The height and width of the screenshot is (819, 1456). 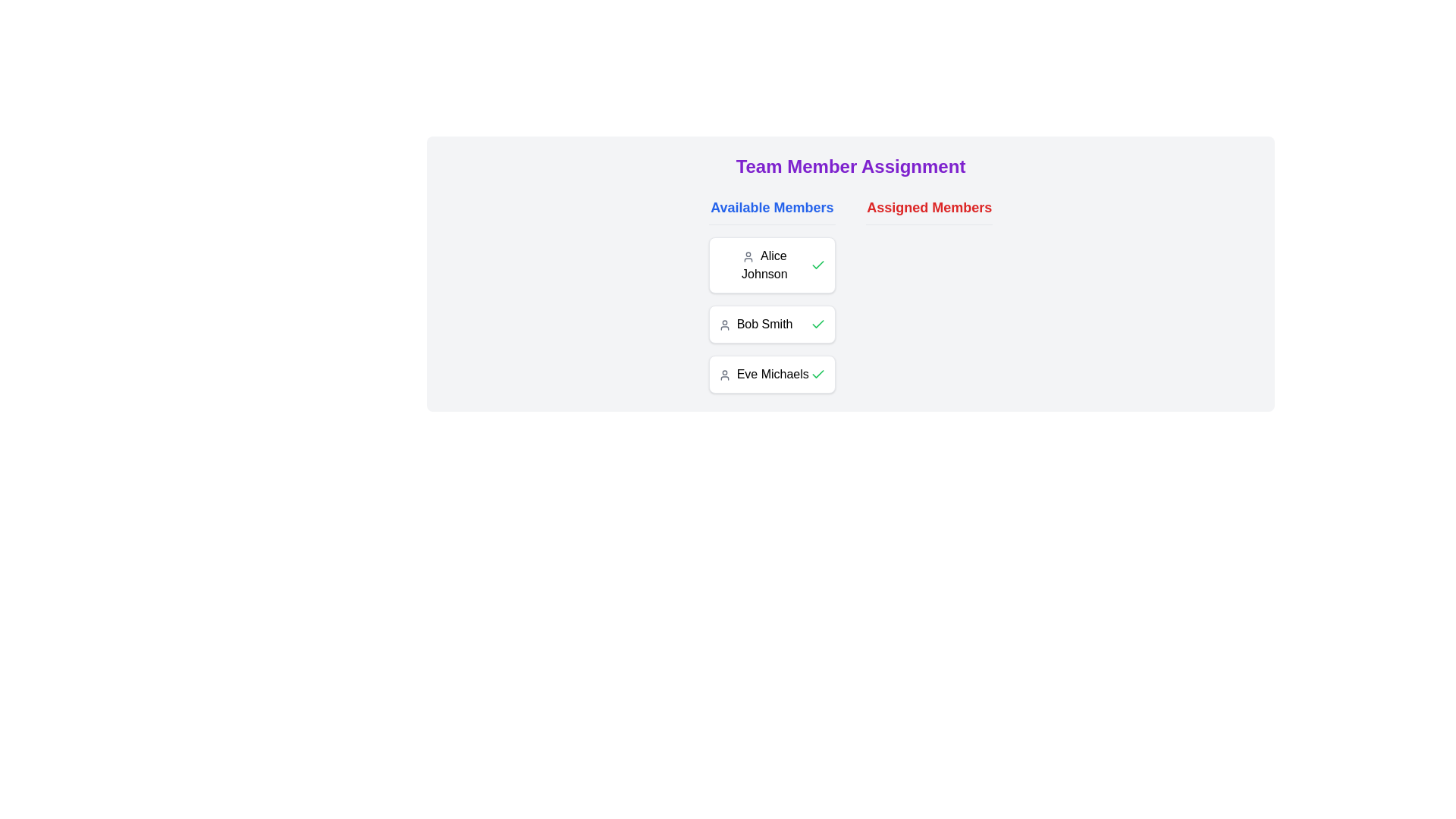 What do you see at coordinates (764, 374) in the screenshot?
I see `the text label indicating the user 'Eve Michaels' in the available members list, which is the third entry below 'Bob Smith'` at bounding box center [764, 374].